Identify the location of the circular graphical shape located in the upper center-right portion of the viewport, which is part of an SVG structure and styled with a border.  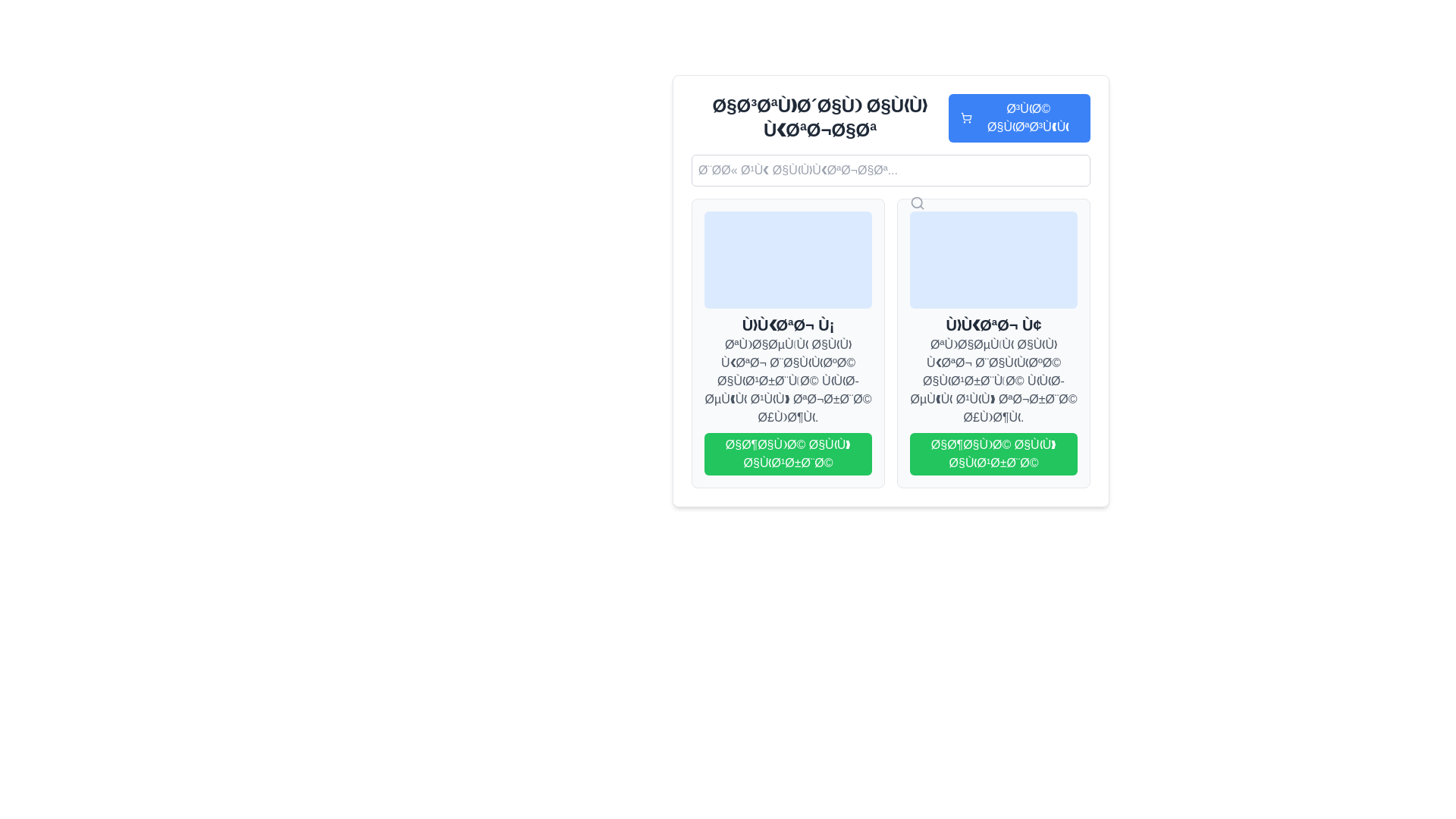
(916, 202).